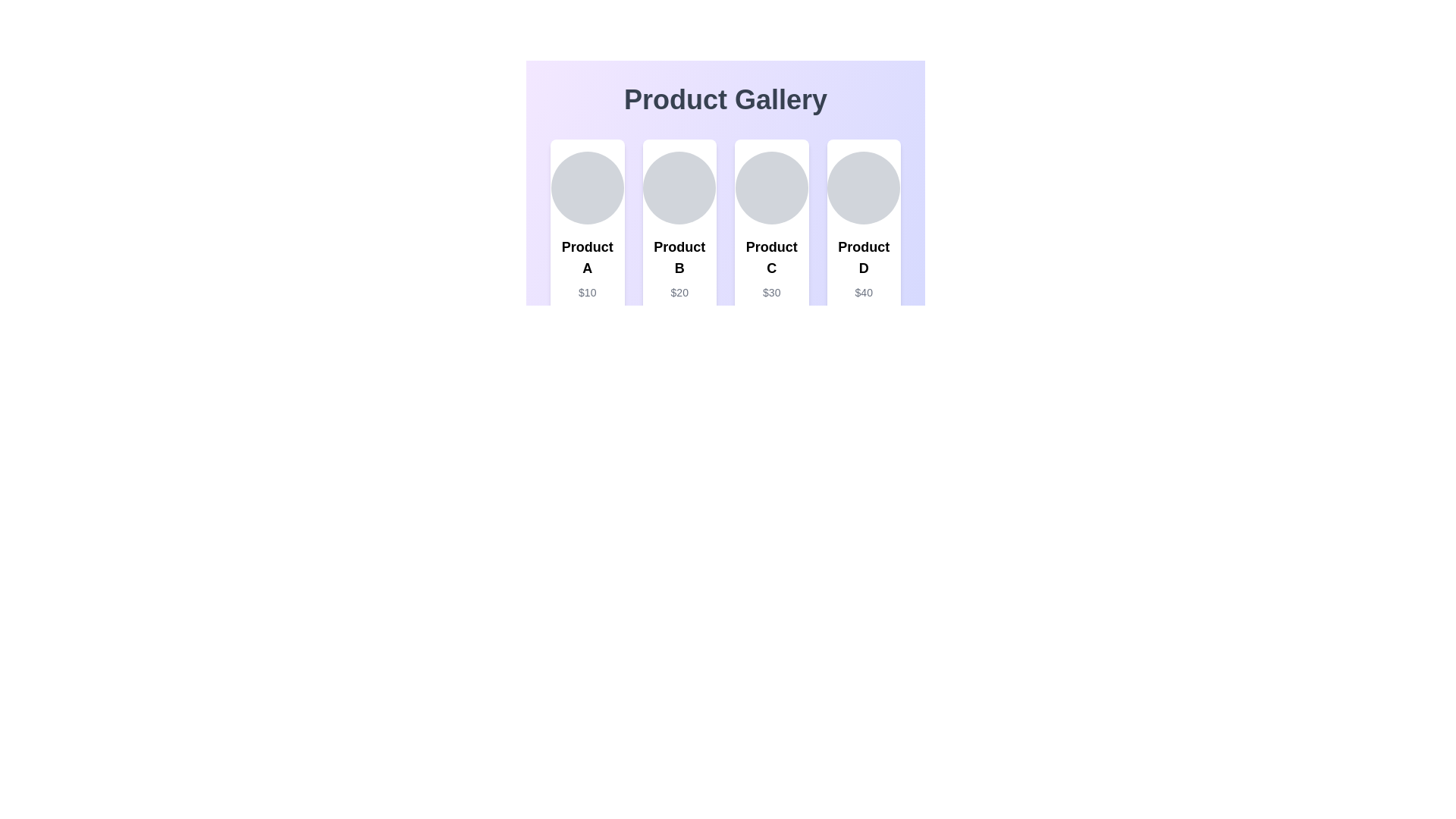 The width and height of the screenshot is (1456, 819). Describe the element at coordinates (864, 256) in the screenshot. I see `text displayed in the Text Label that shows the product name 'Product D', located in the fourth product card below the circular placeholder image and above the price information` at that location.